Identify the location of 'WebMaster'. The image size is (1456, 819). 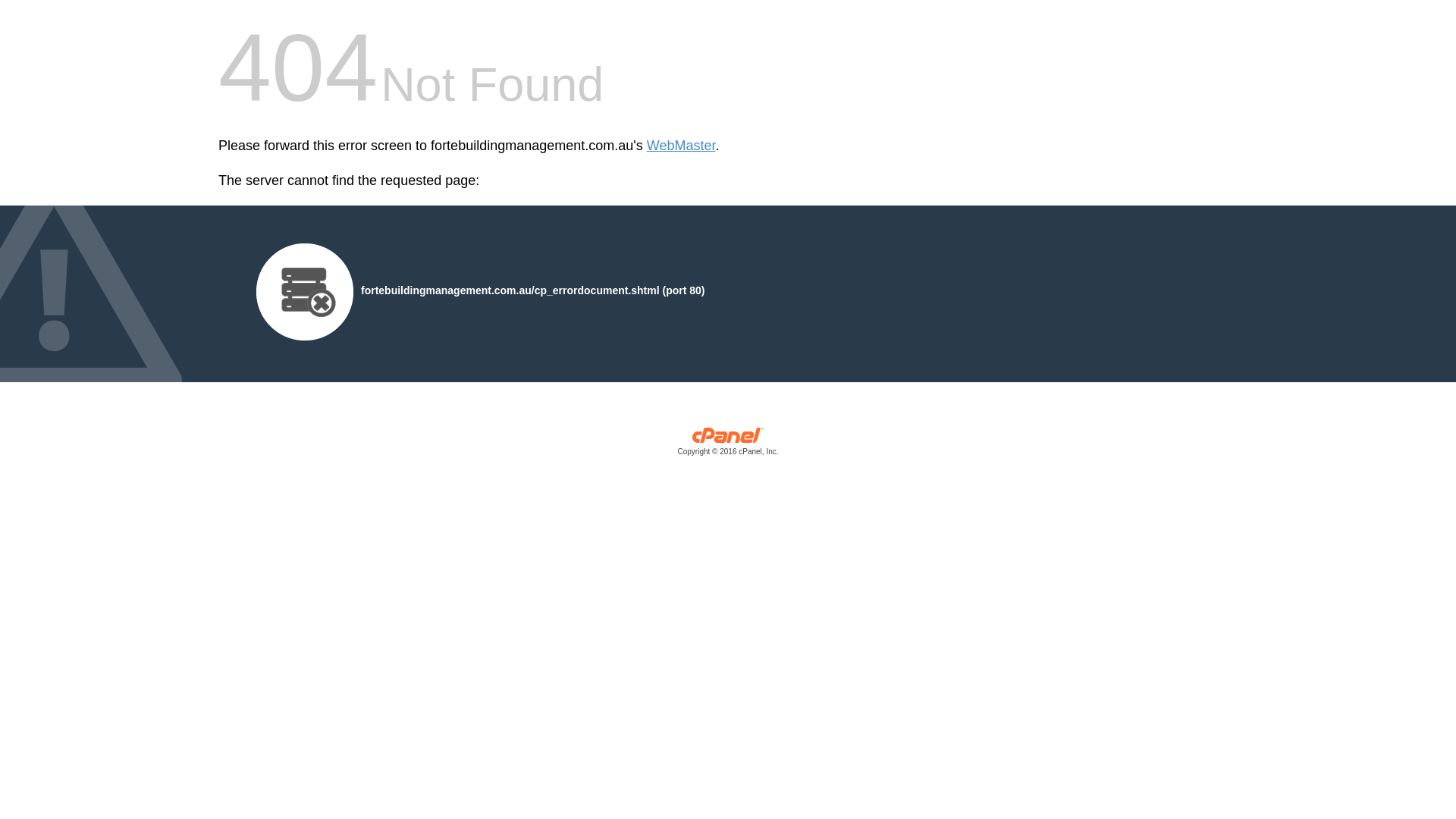
(680, 146).